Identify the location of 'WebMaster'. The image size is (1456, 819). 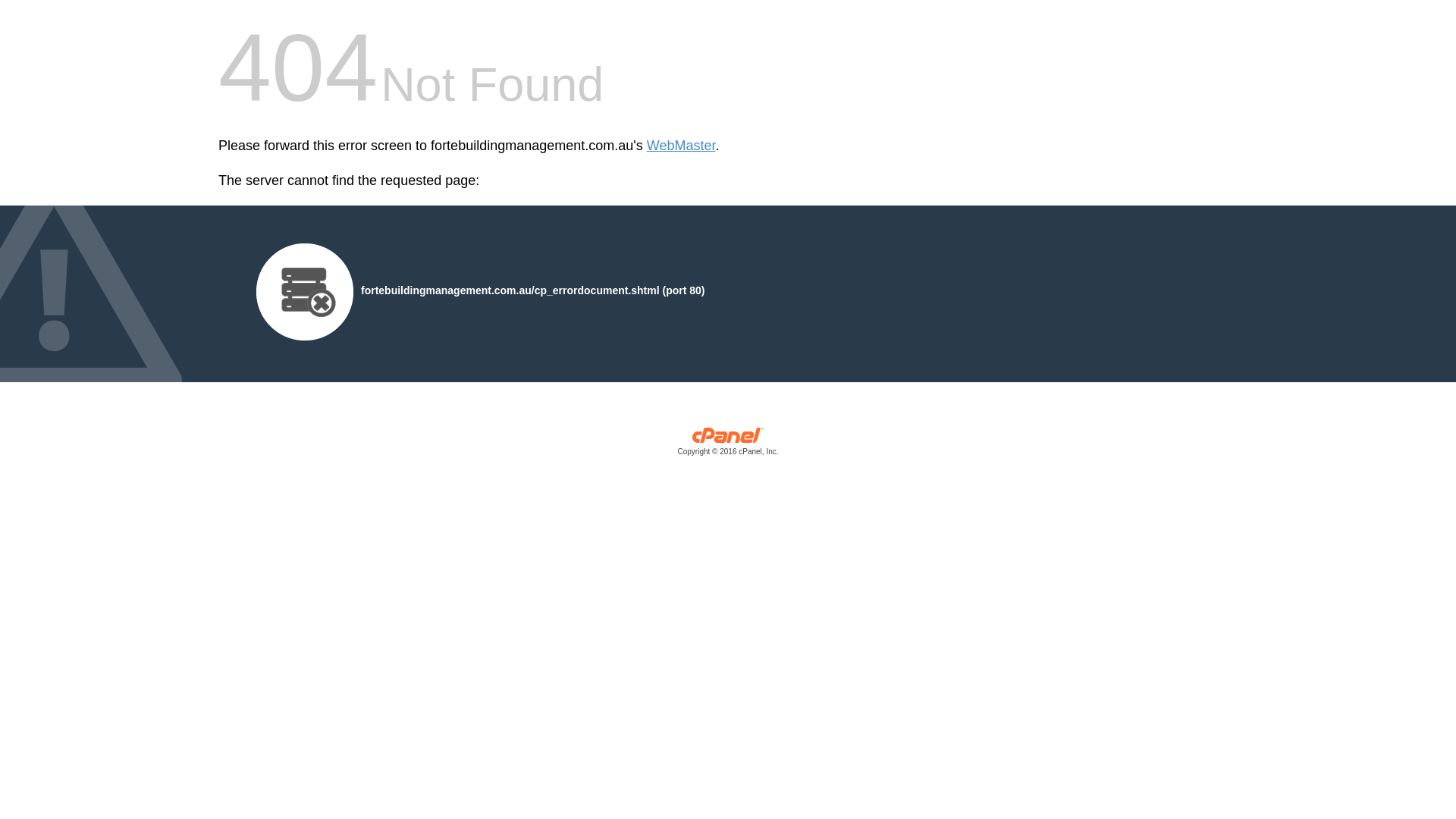
(680, 146).